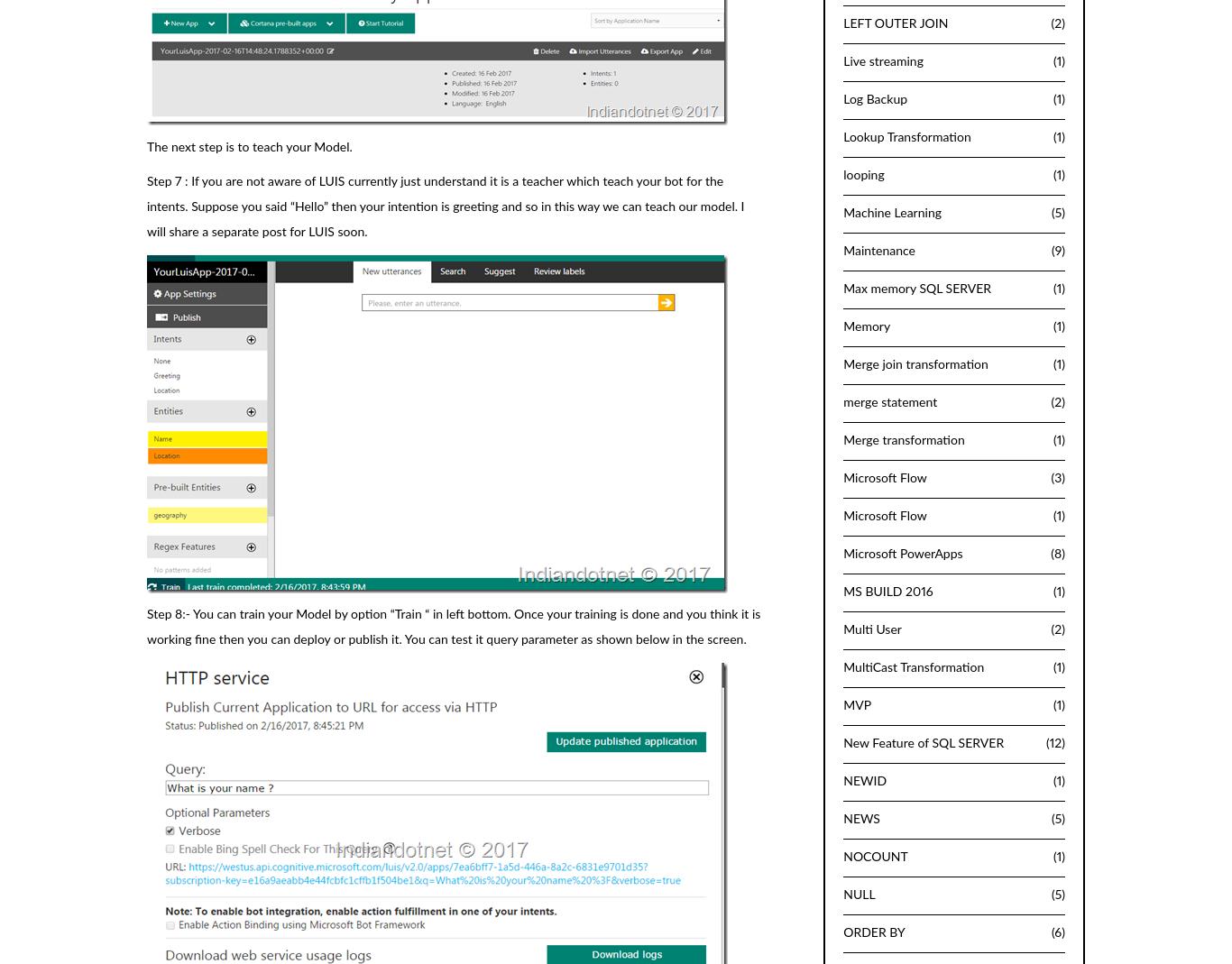 Image resolution: width=1232 pixels, height=964 pixels. Describe the element at coordinates (915, 363) in the screenshot. I see `'Merge join transformation'` at that location.